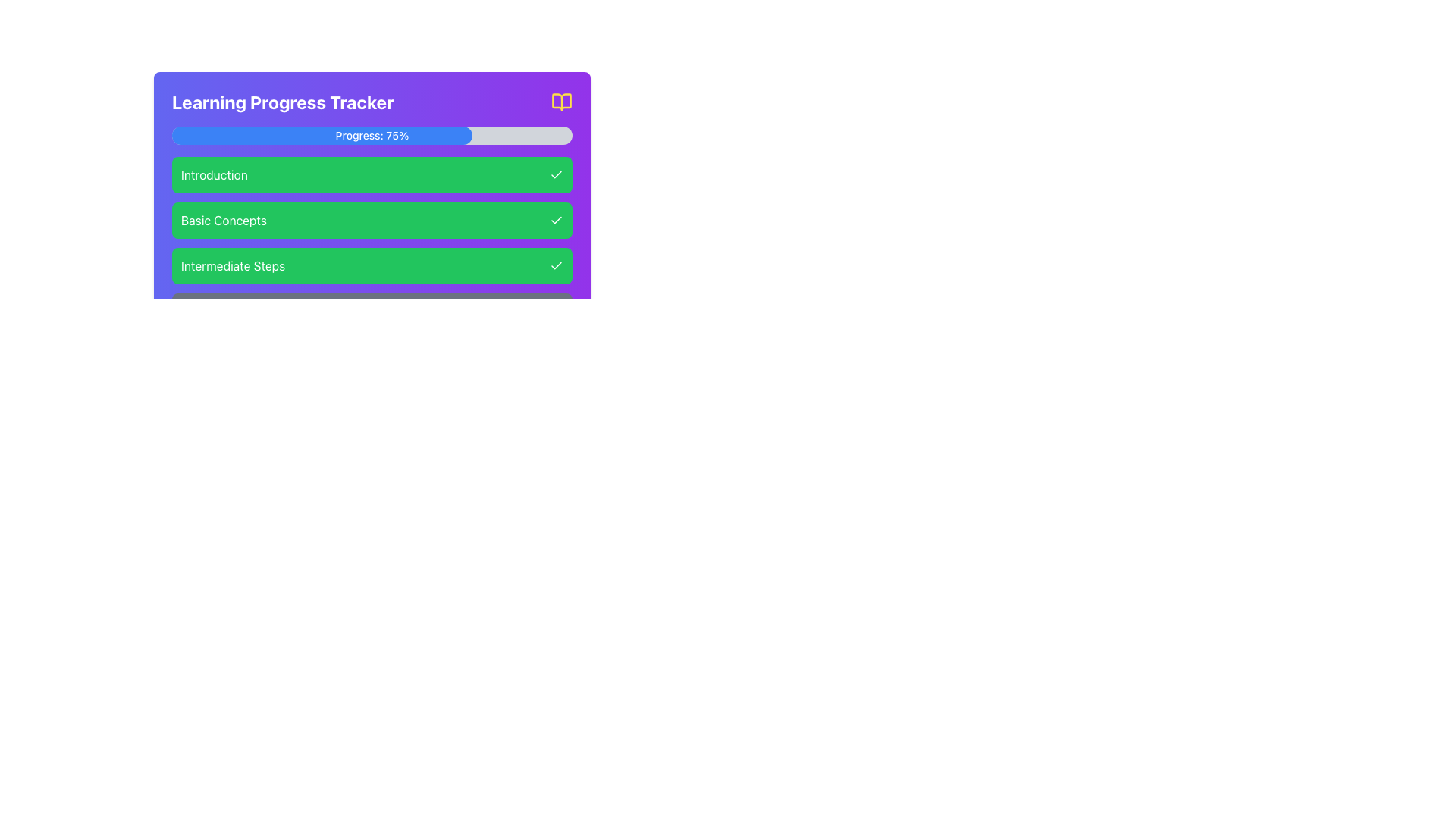  Describe the element at coordinates (560, 102) in the screenshot. I see `the icon located at the top-right corner of the interface, adjacent to the title 'Learning Progress Tracker'` at that location.